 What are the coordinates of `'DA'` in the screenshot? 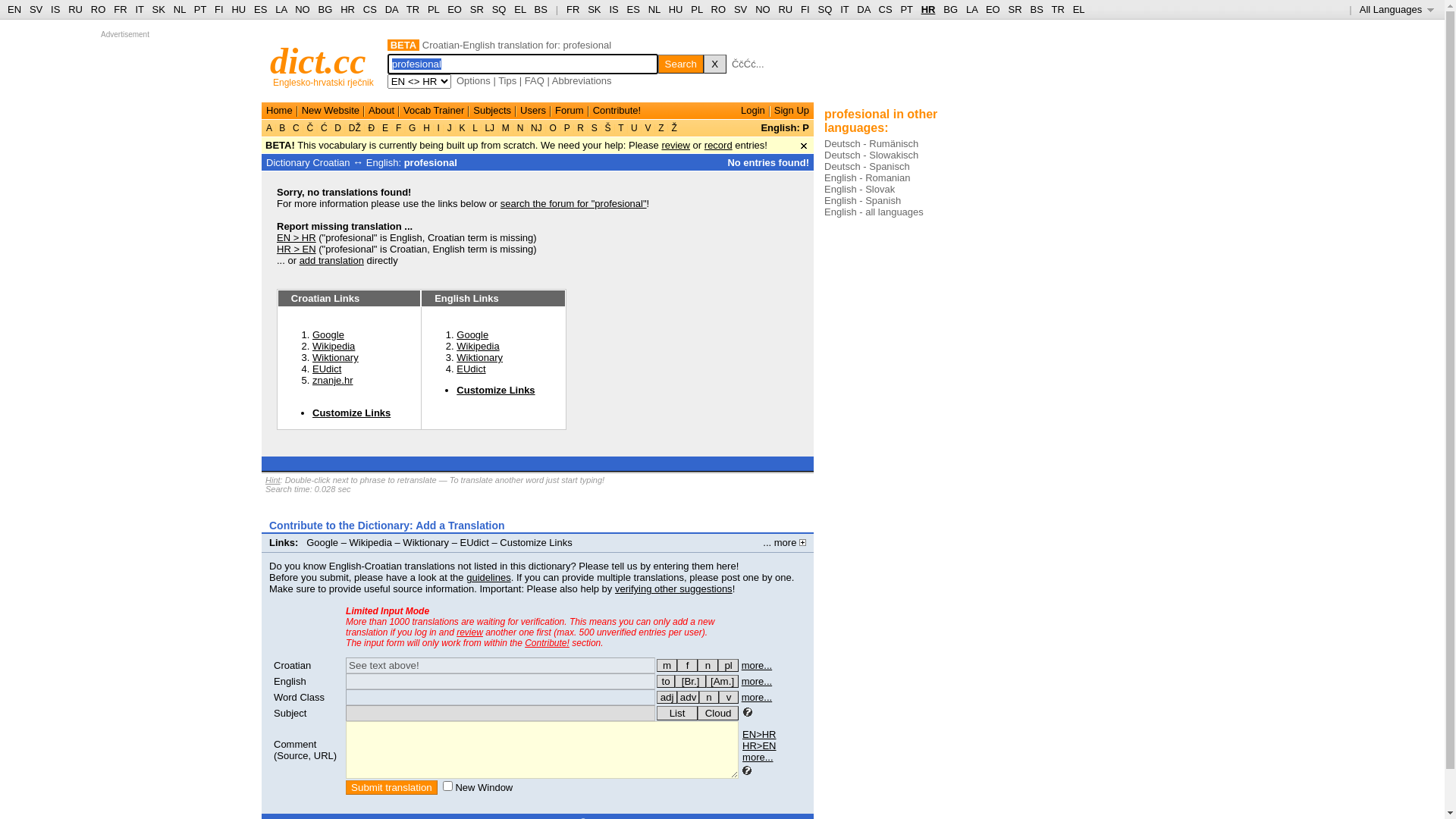 It's located at (863, 9).